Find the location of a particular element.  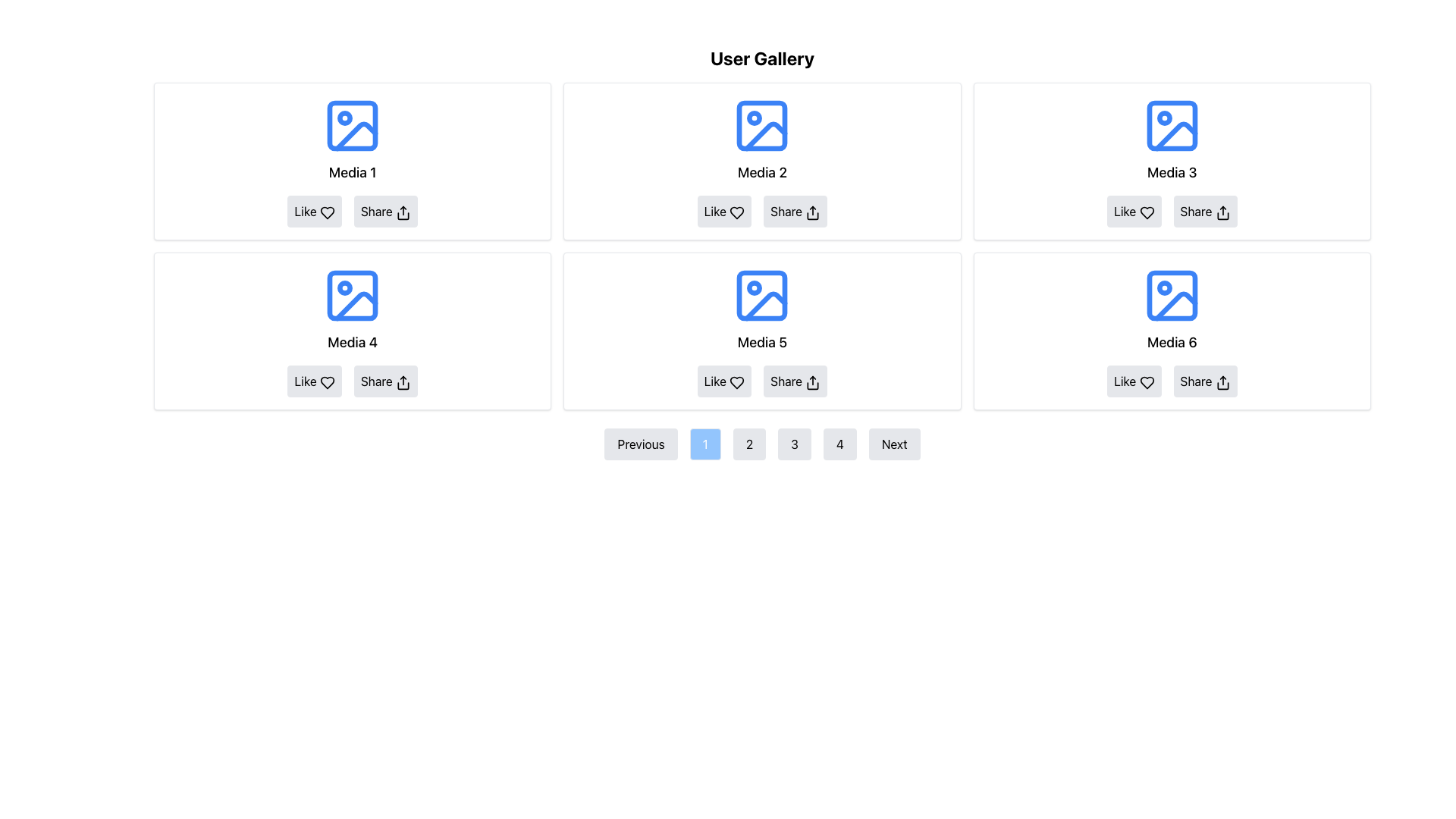

the heart-shaped icon inside the 'Like' button is located at coordinates (326, 212).